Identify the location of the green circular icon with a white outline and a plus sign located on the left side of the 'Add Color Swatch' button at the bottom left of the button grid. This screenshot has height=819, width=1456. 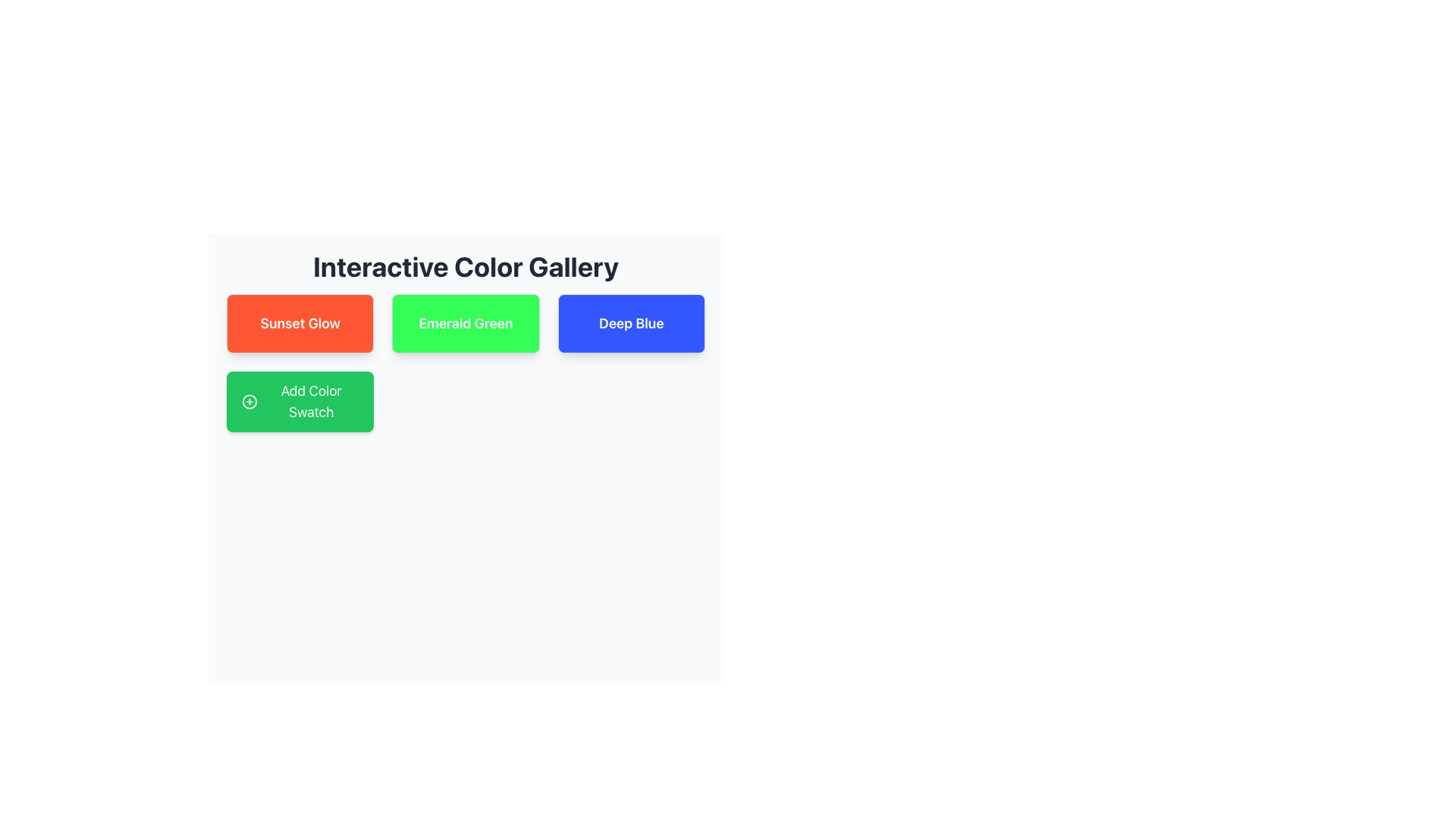
(249, 400).